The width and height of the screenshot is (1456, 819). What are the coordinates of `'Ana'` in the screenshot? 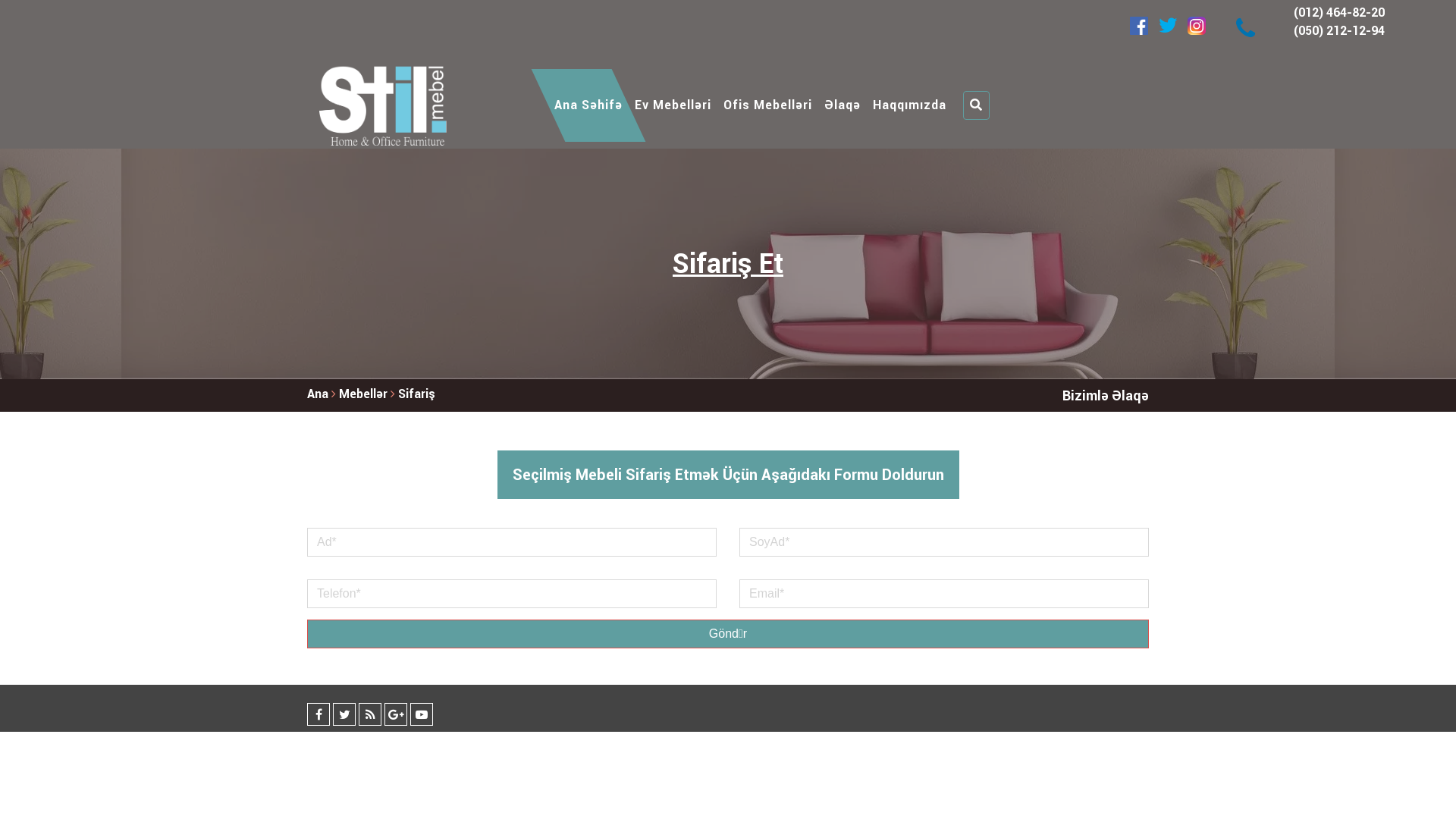 It's located at (316, 393).